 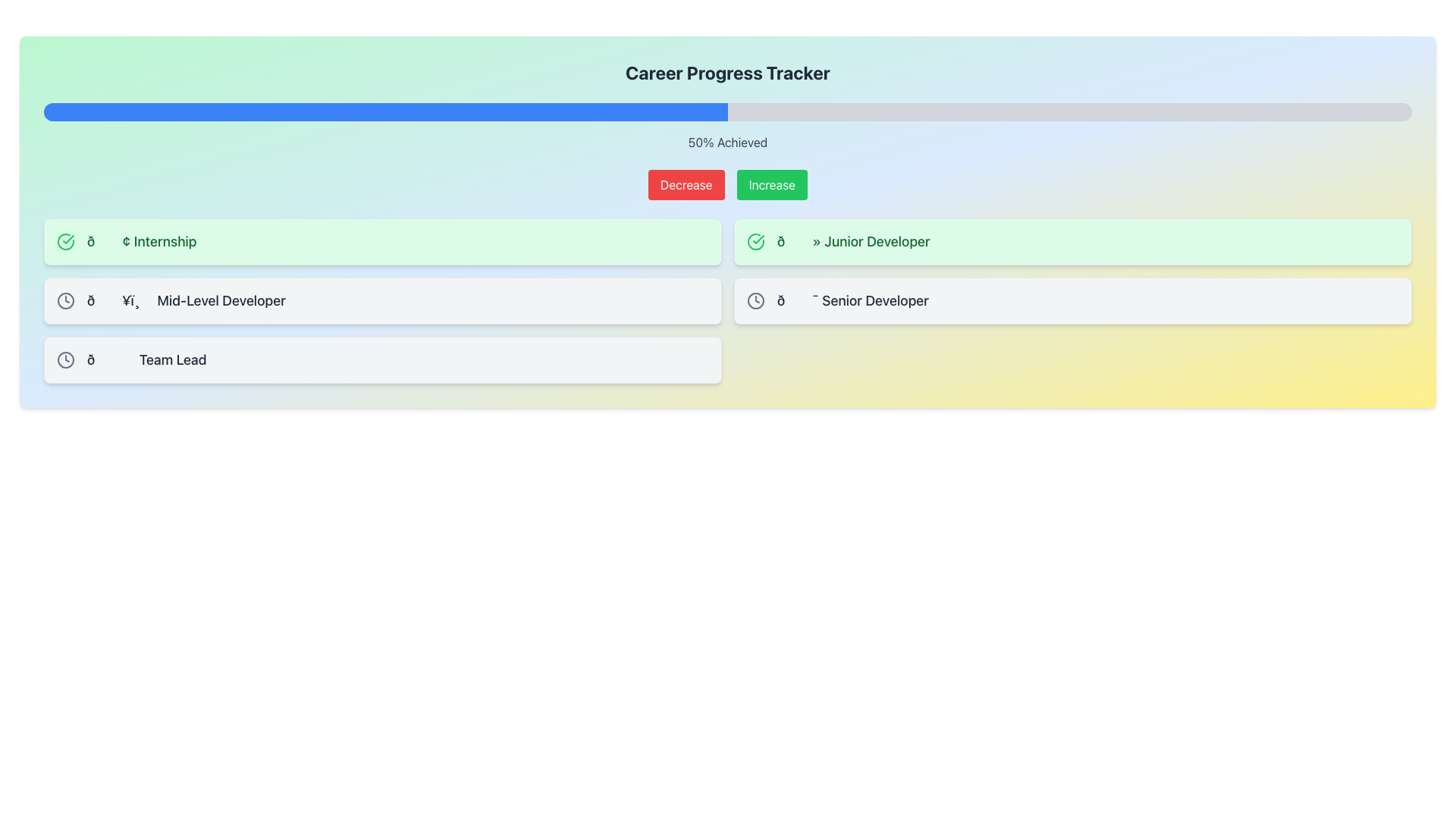 What do you see at coordinates (64, 241) in the screenshot?
I see `the green circular icon with a checkmark that signifies a completed status, located next to the 'Internship' text` at bounding box center [64, 241].